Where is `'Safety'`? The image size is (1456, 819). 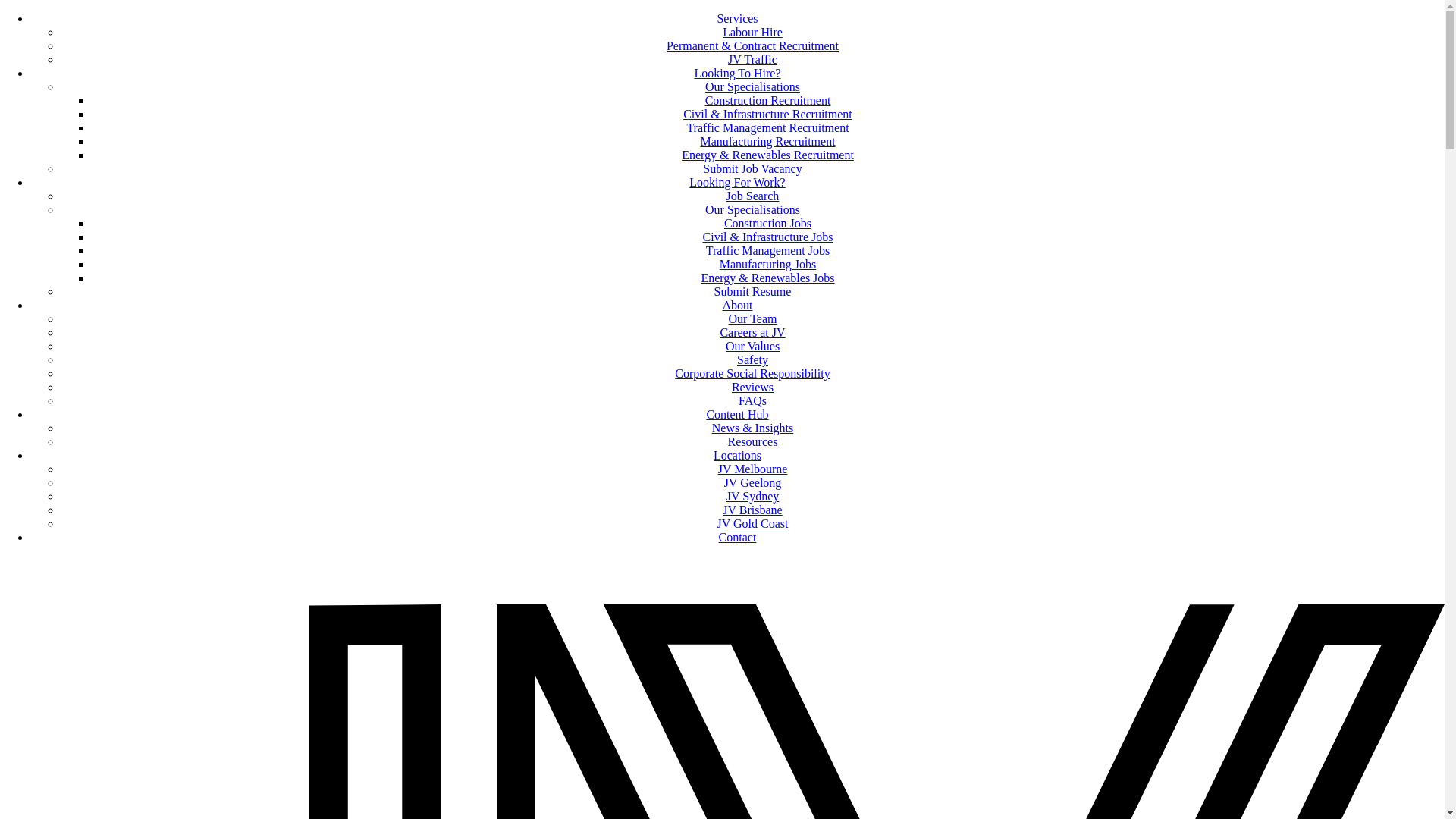 'Safety' is located at coordinates (736, 359).